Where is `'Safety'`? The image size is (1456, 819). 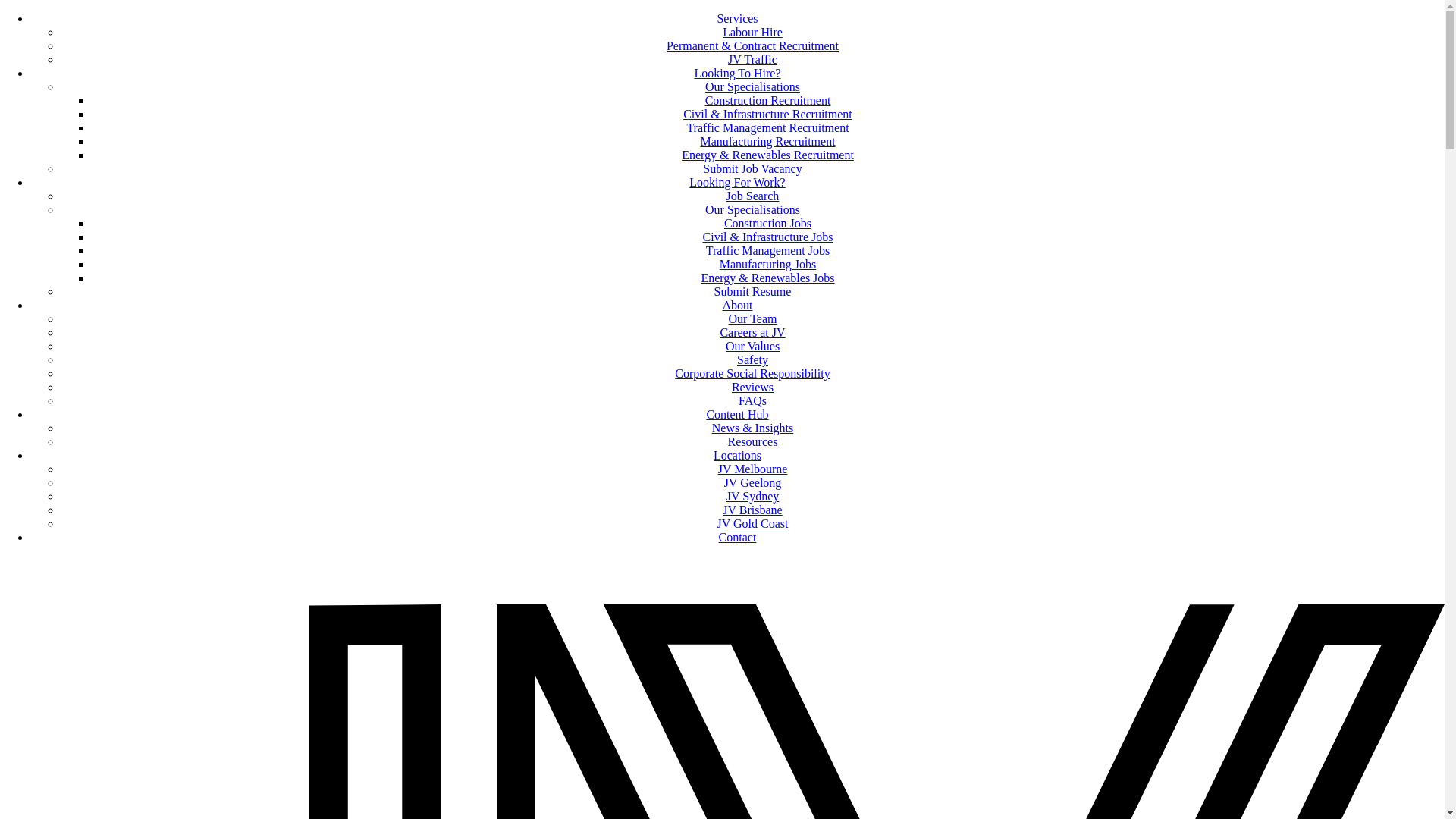 'Safety' is located at coordinates (736, 359).